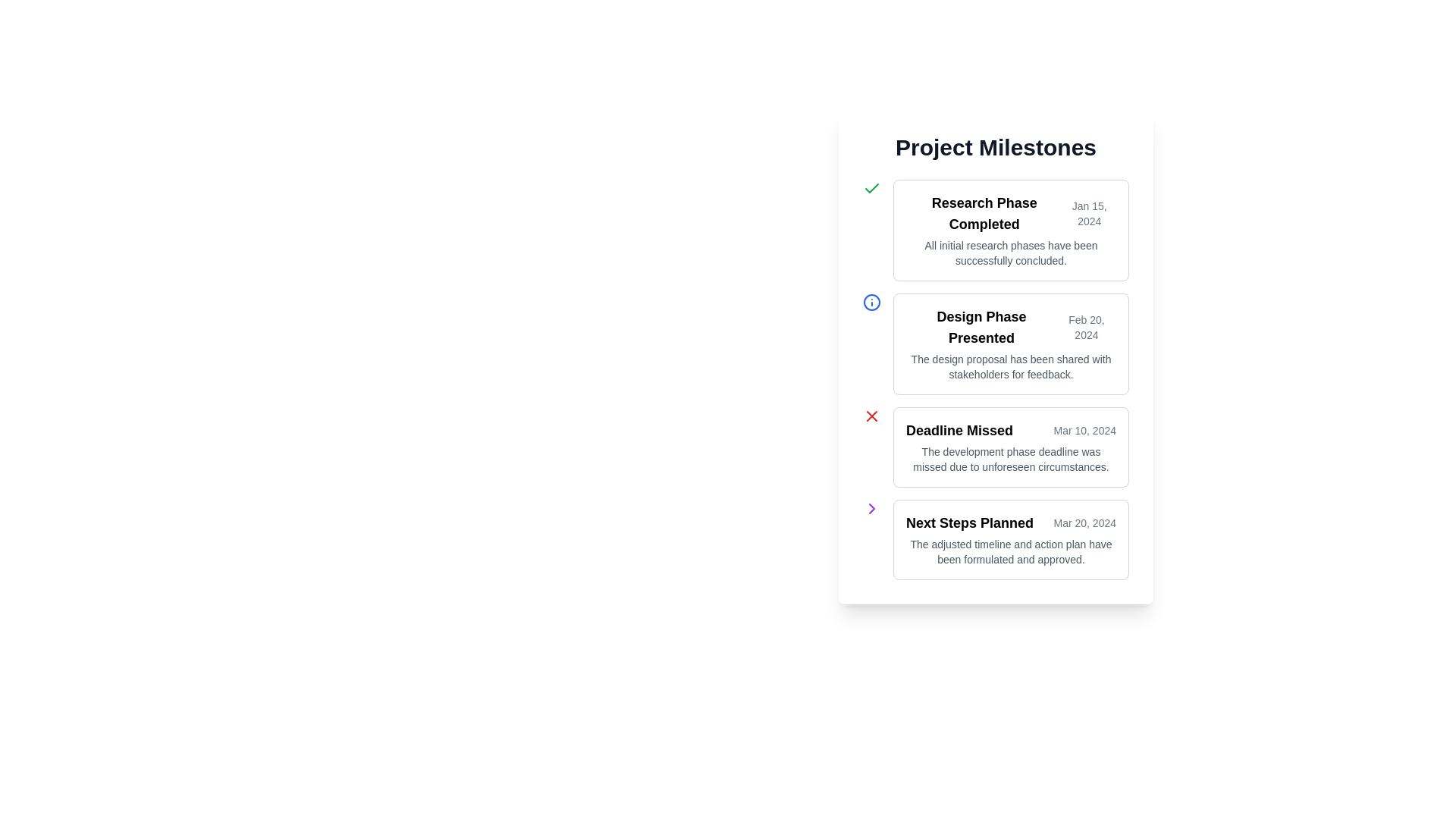 This screenshot has height=819, width=1456. I want to click on text element 'Next Steps Planned' which is styled in bold and located at the top of the fourth milestone in a vertical list, so click(969, 522).